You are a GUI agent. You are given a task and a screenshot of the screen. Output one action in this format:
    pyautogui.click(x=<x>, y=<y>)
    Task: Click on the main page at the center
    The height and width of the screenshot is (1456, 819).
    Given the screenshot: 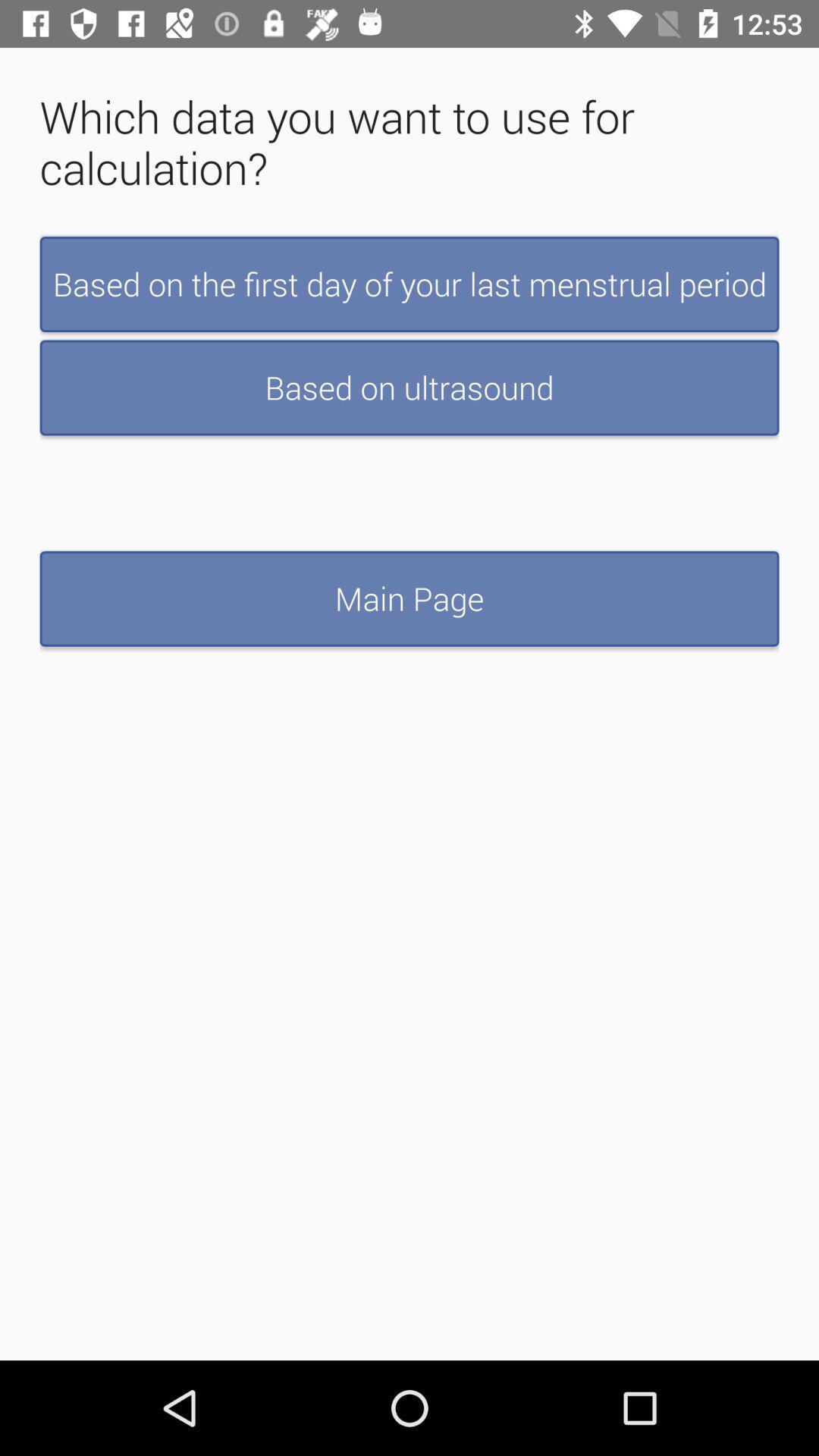 What is the action you would take?
    pyautogui.click(x=409, y=598)
    